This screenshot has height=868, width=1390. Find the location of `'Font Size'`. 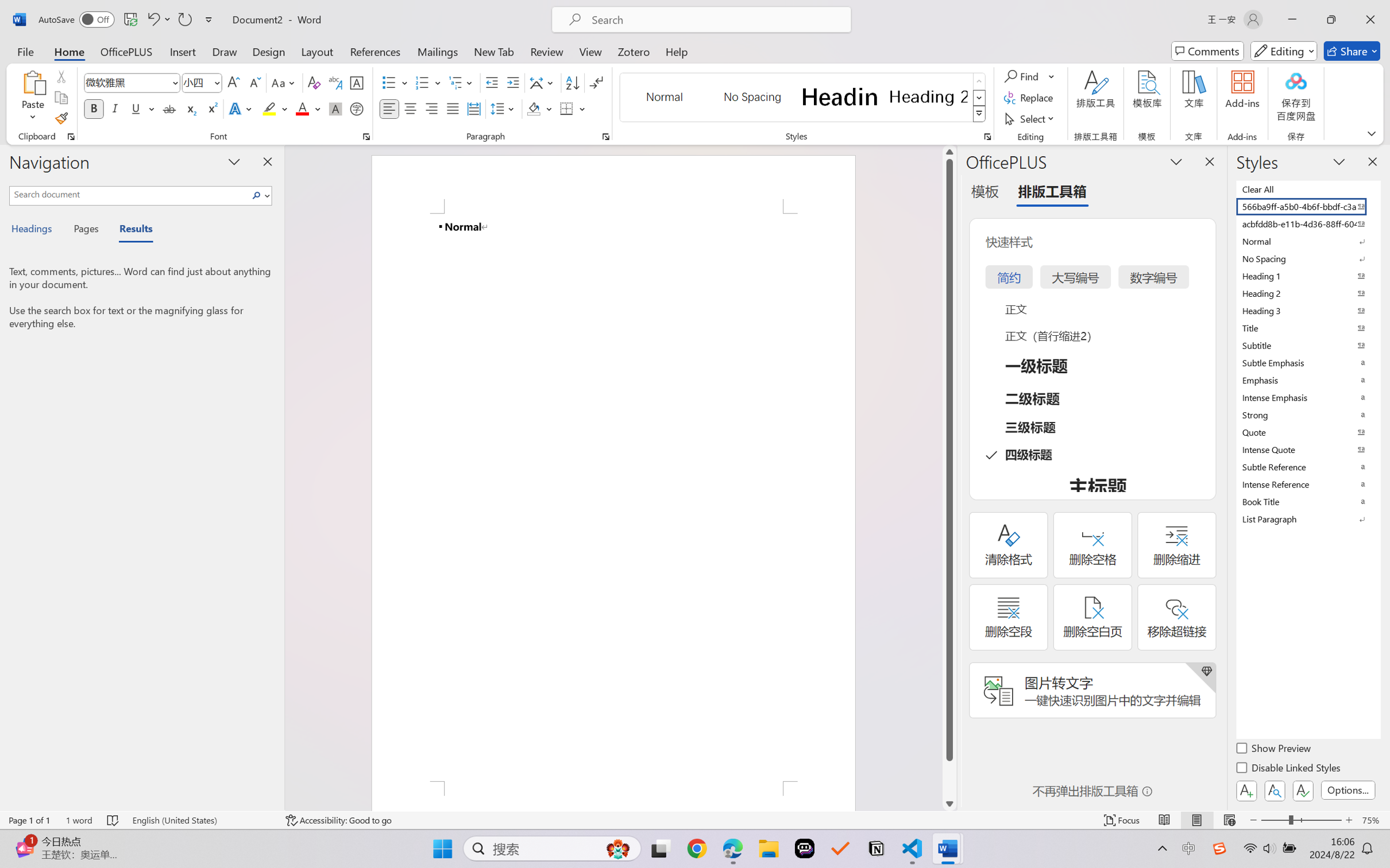

'Font Size' is located at coordinates (196, 83).